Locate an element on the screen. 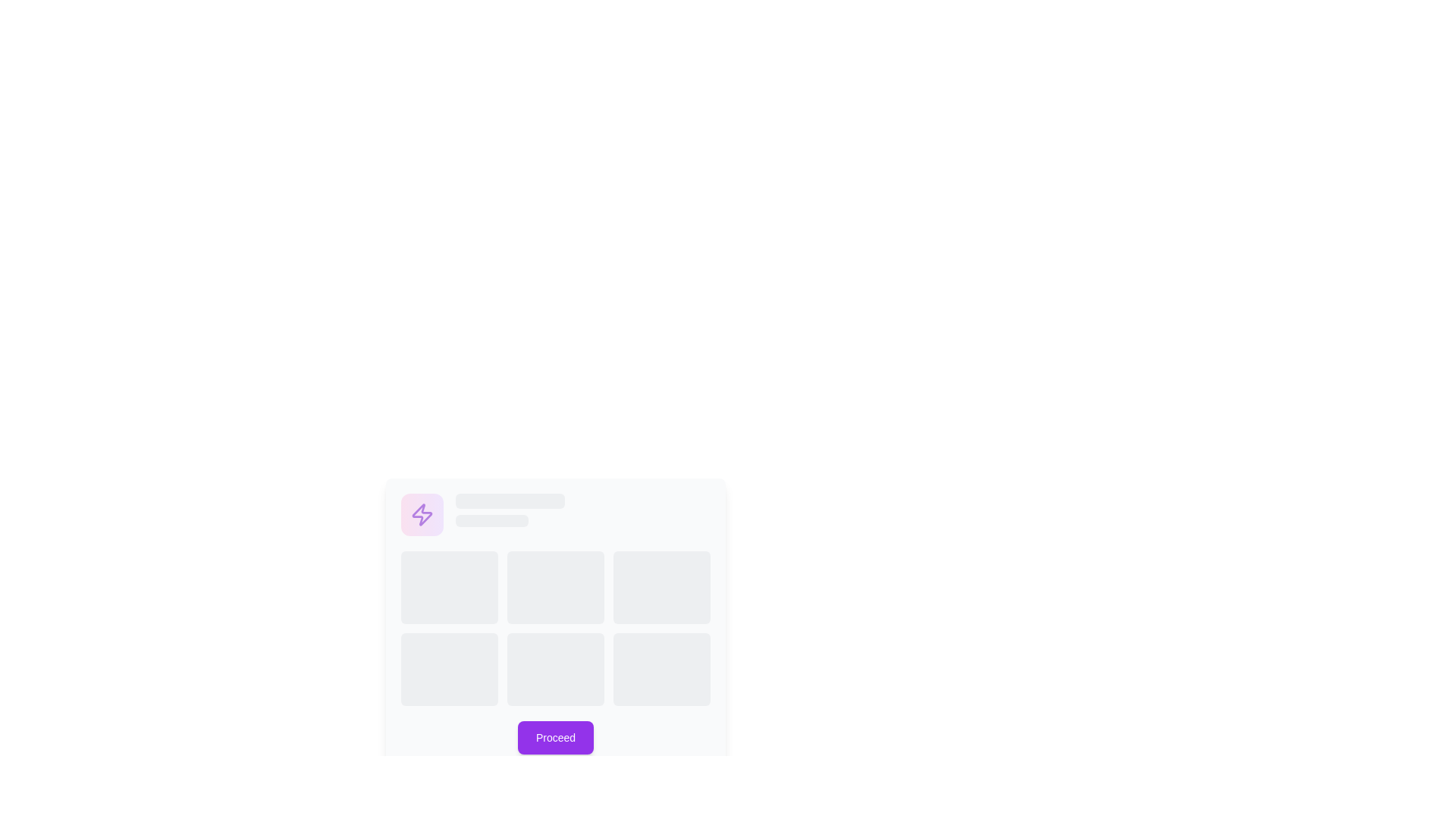 Image resolution: width=1456 pixels, height=819 pixels. the gray, rounded rectangle Placeholder component with a pulsating animation effect, which is the third item in the top row of the 3x2 grid layout is located at coordinates (662, 587).